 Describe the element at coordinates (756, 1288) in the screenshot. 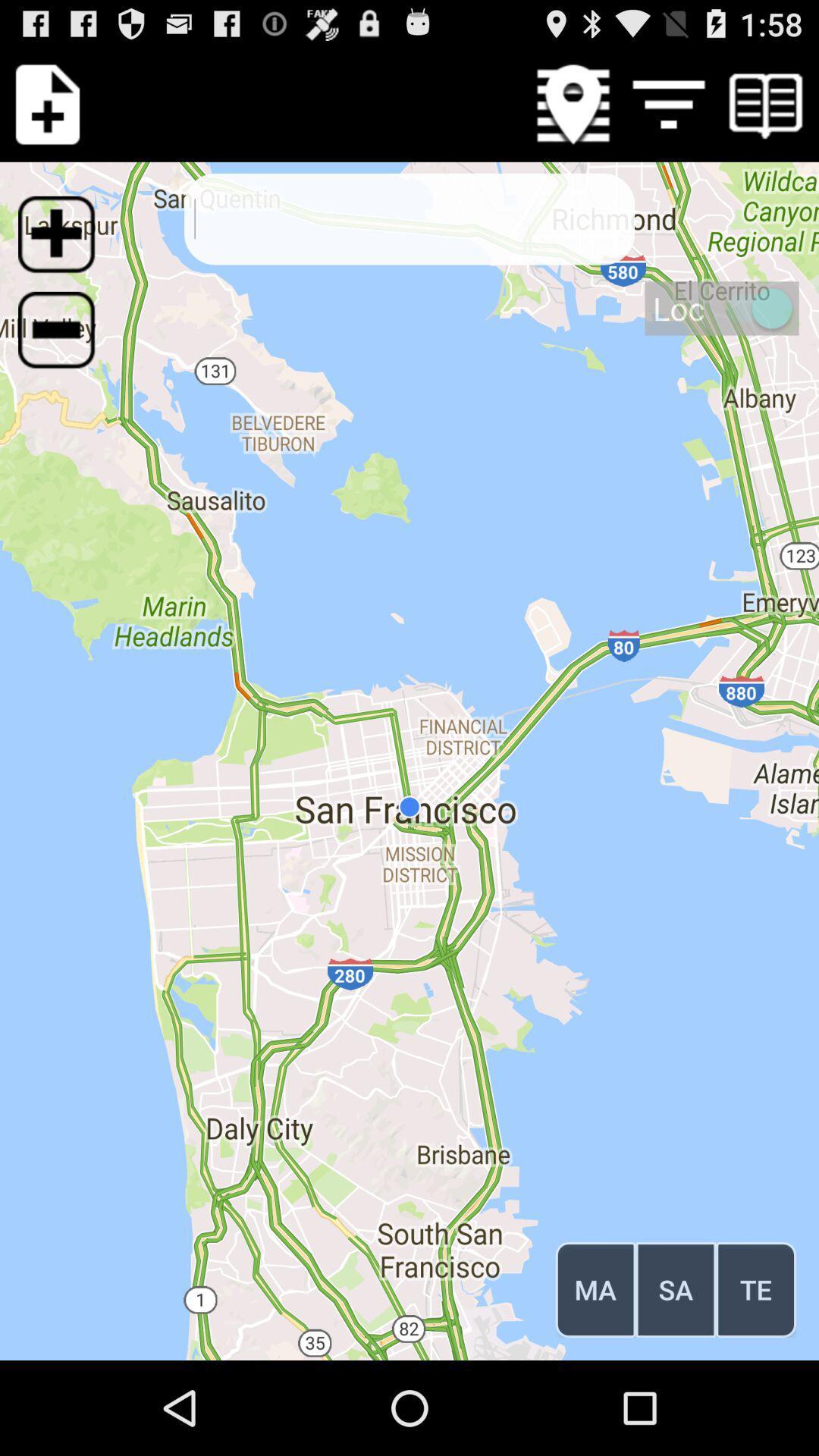

I see `te` at that location.